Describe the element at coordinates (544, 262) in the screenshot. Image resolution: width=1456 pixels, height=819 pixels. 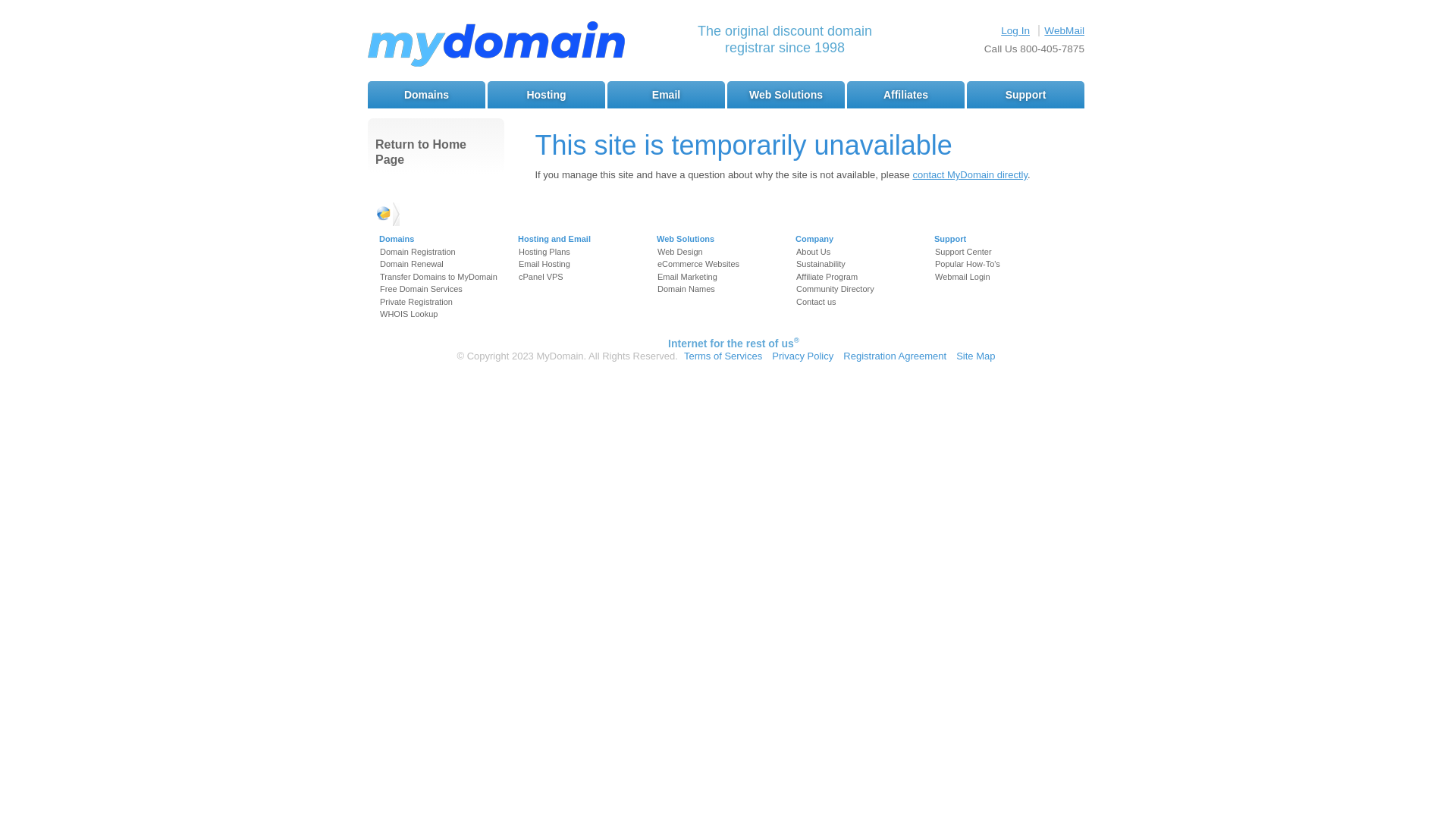
I see `'Email Hosting'` at that location.